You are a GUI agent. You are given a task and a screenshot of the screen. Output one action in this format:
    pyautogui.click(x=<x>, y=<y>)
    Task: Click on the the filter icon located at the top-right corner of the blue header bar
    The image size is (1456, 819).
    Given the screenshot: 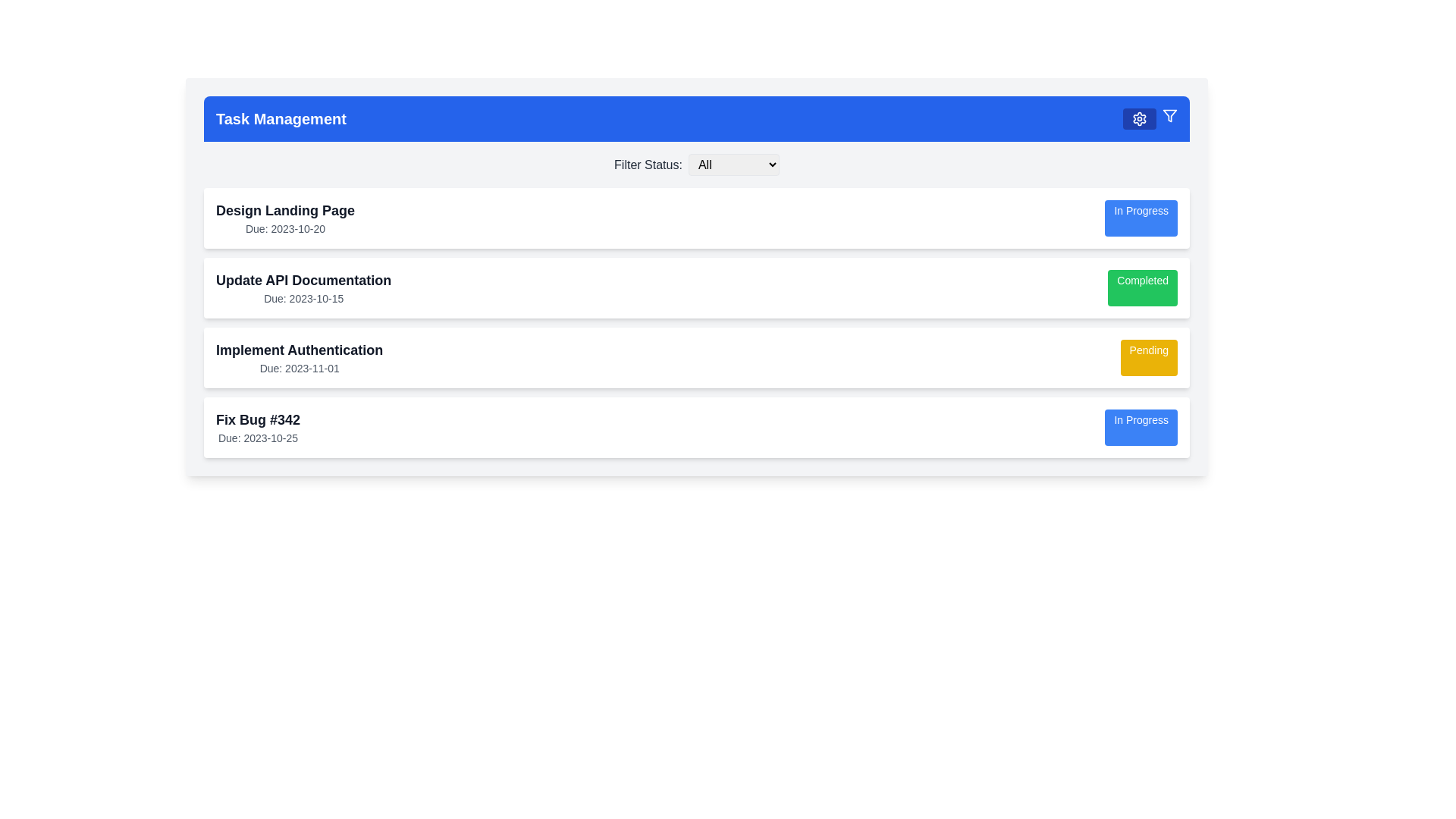 What is the action you would take?
    pyautogui.click(x=1169, y=115)
    